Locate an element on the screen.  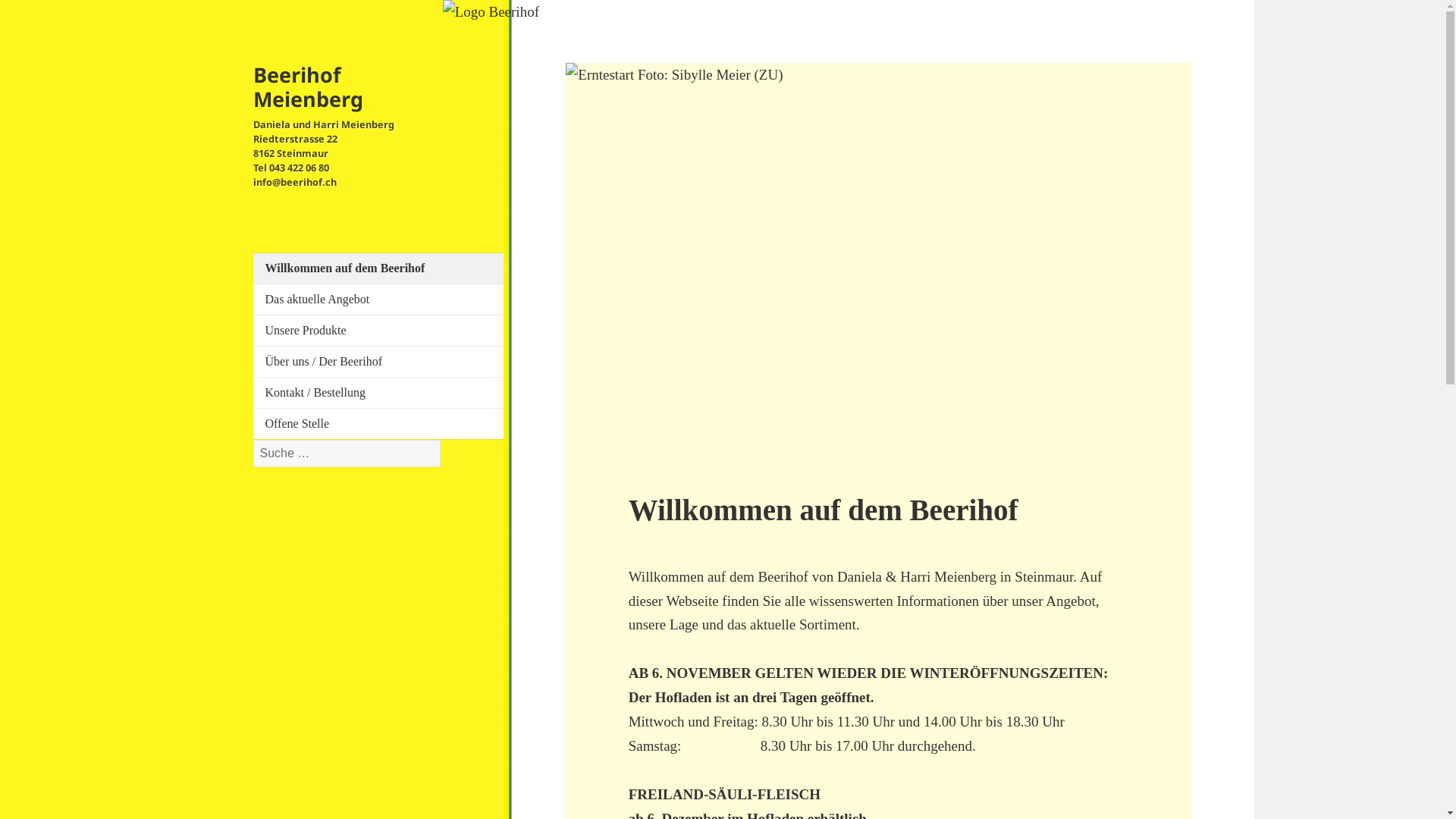
'Willkommen auf dem Beerihof' is located at coordinates (384, 268).